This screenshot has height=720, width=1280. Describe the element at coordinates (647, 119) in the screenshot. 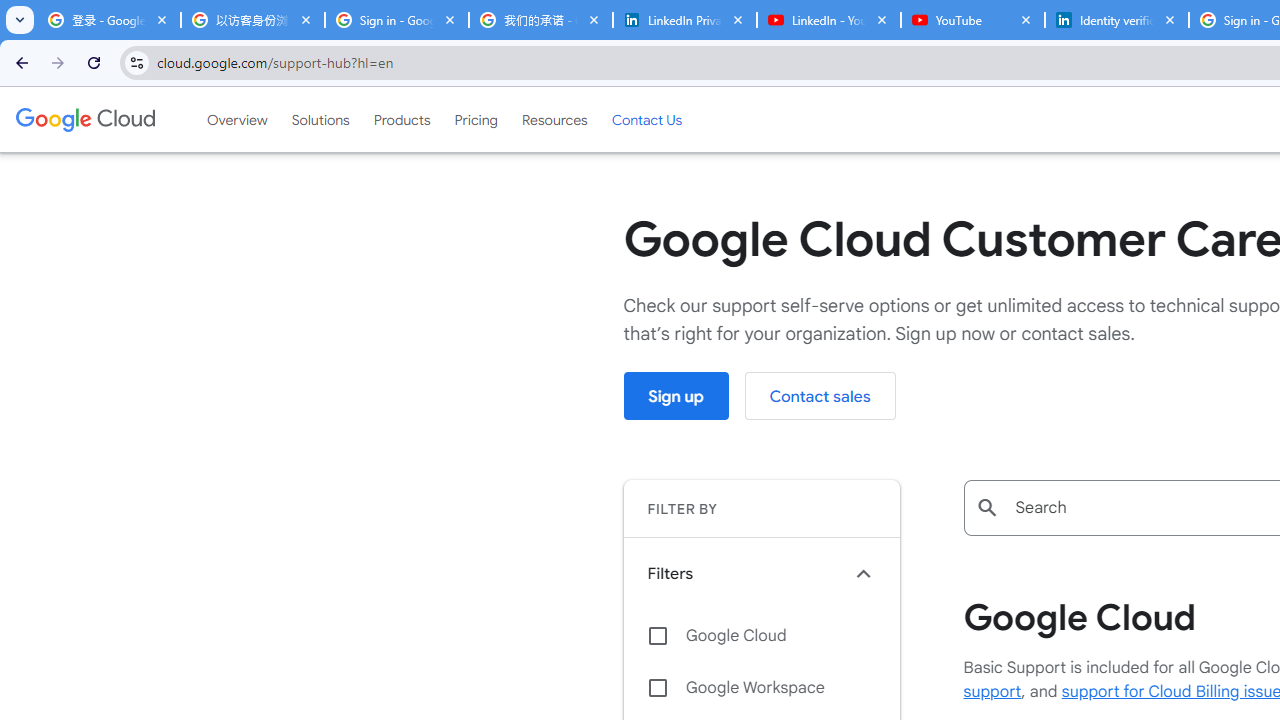

I see `'Contact Us'` at that location.